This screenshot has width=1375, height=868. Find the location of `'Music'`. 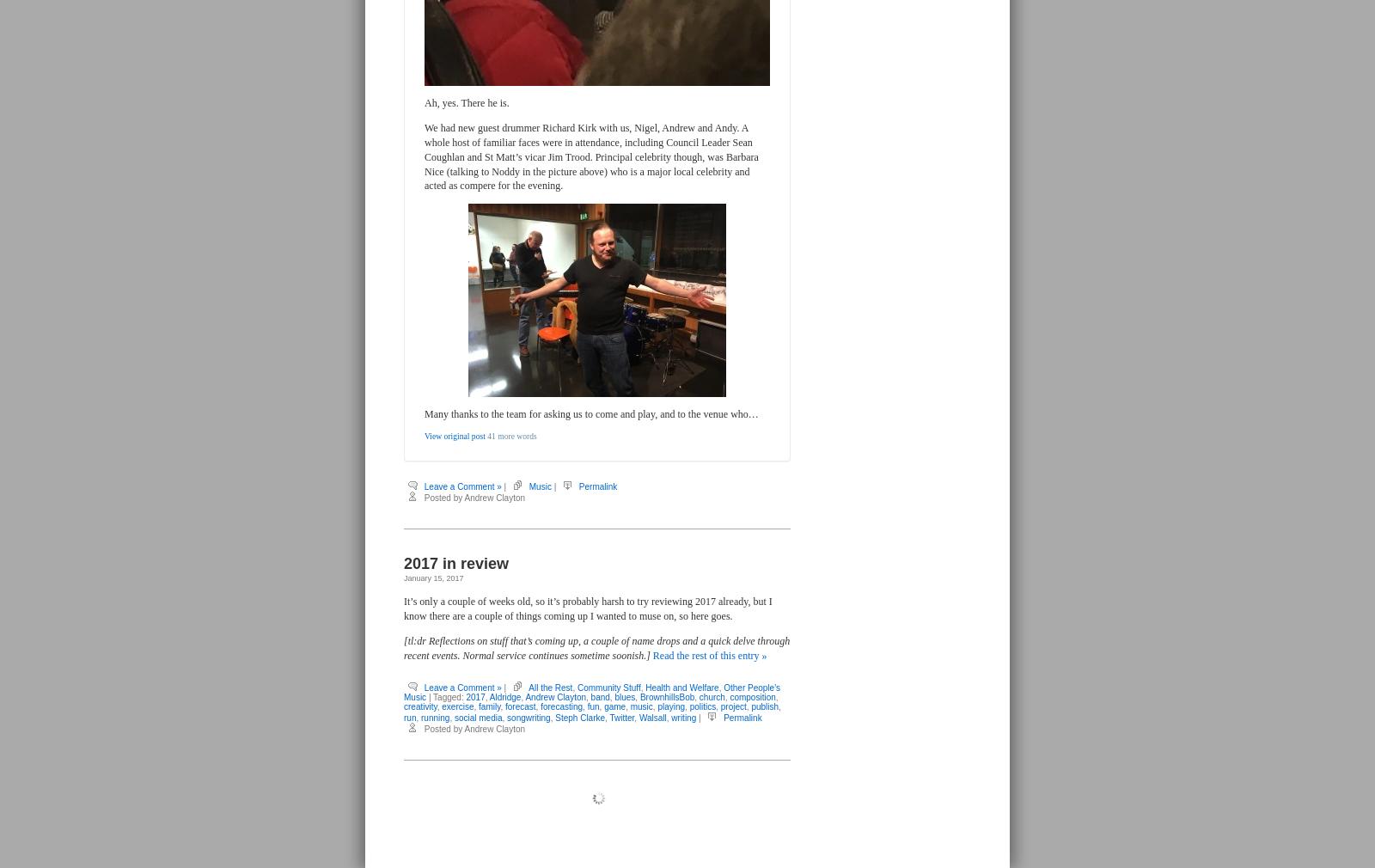

'Music' is located at coordinates (540, 485).